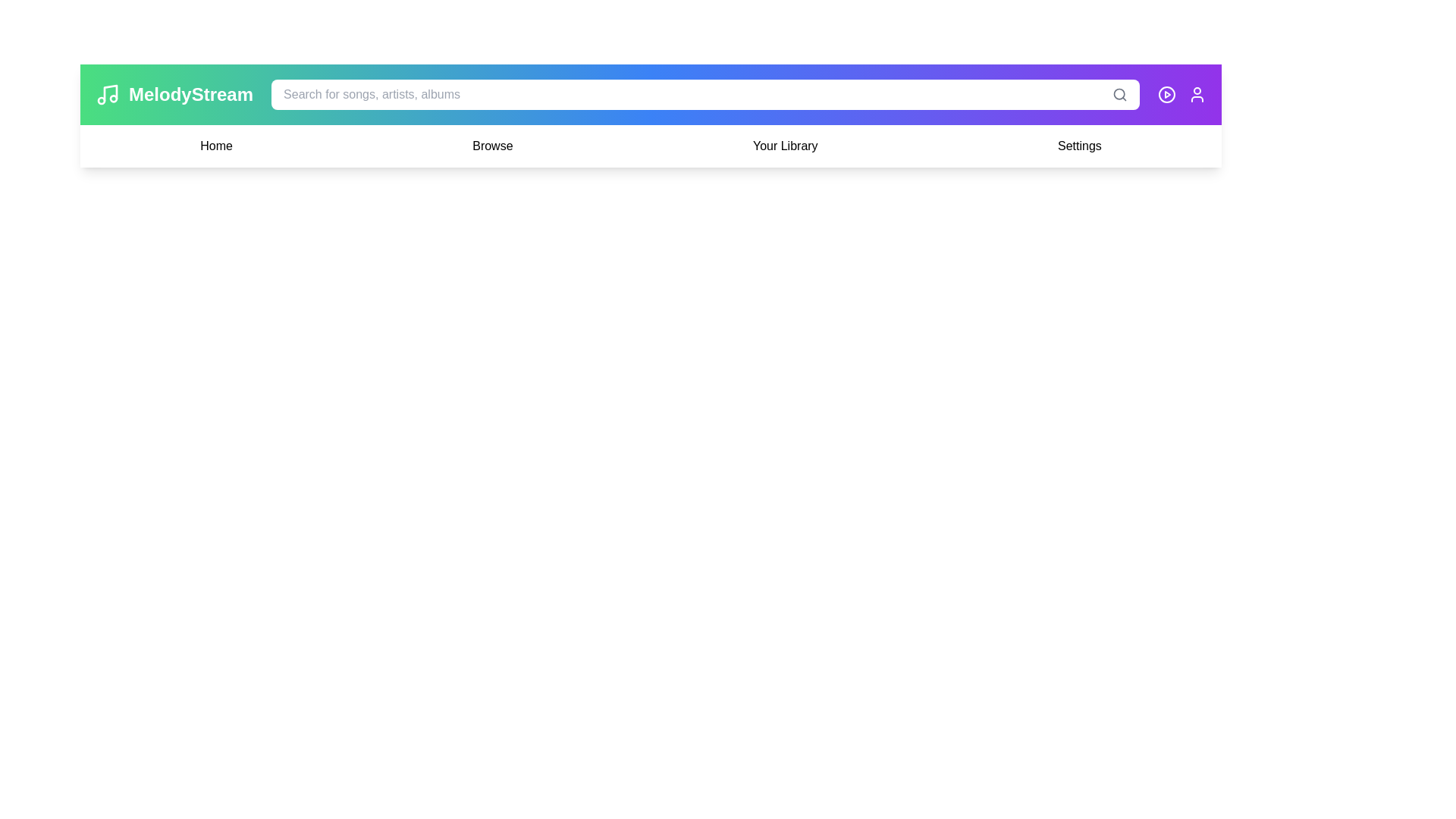 This screenshot has width=1456, height=819. Describe the element at coordinates (1120, 94) in the screenshot. I see `the search icon in the header` at that location.